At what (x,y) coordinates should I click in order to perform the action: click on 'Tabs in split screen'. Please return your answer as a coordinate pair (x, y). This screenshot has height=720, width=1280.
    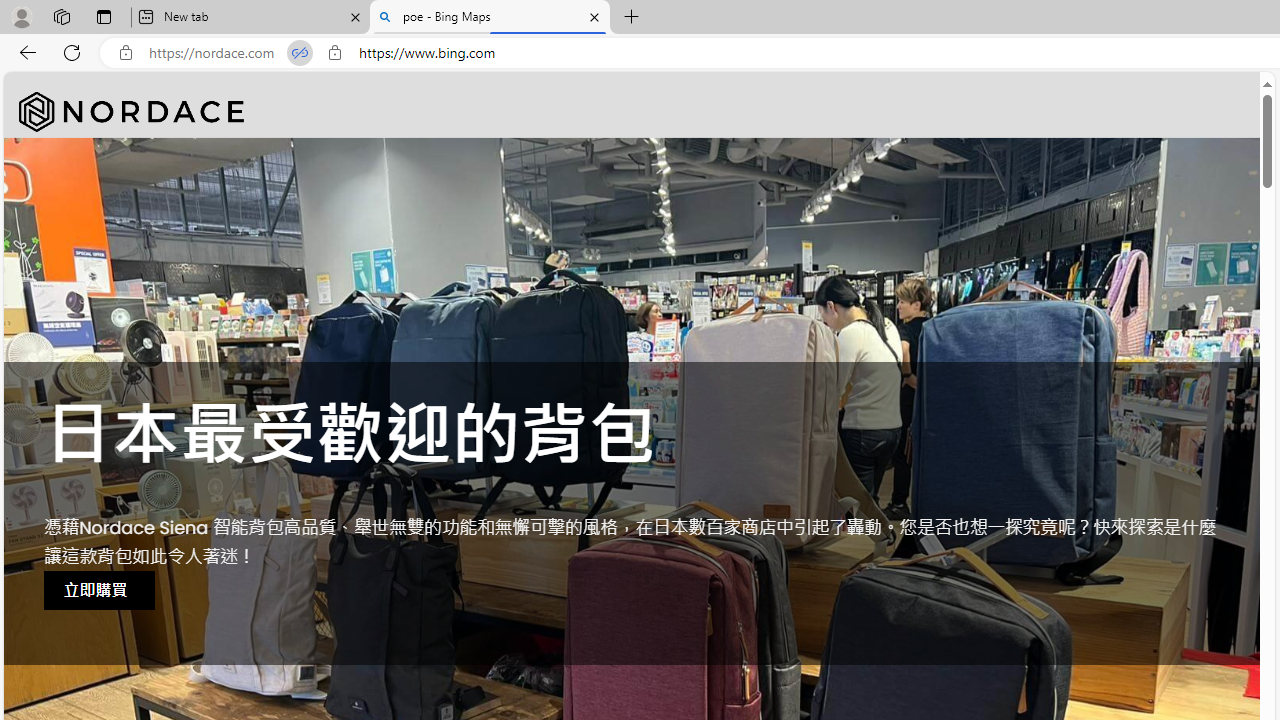
    Looking at the image, I should click on (299, 52).